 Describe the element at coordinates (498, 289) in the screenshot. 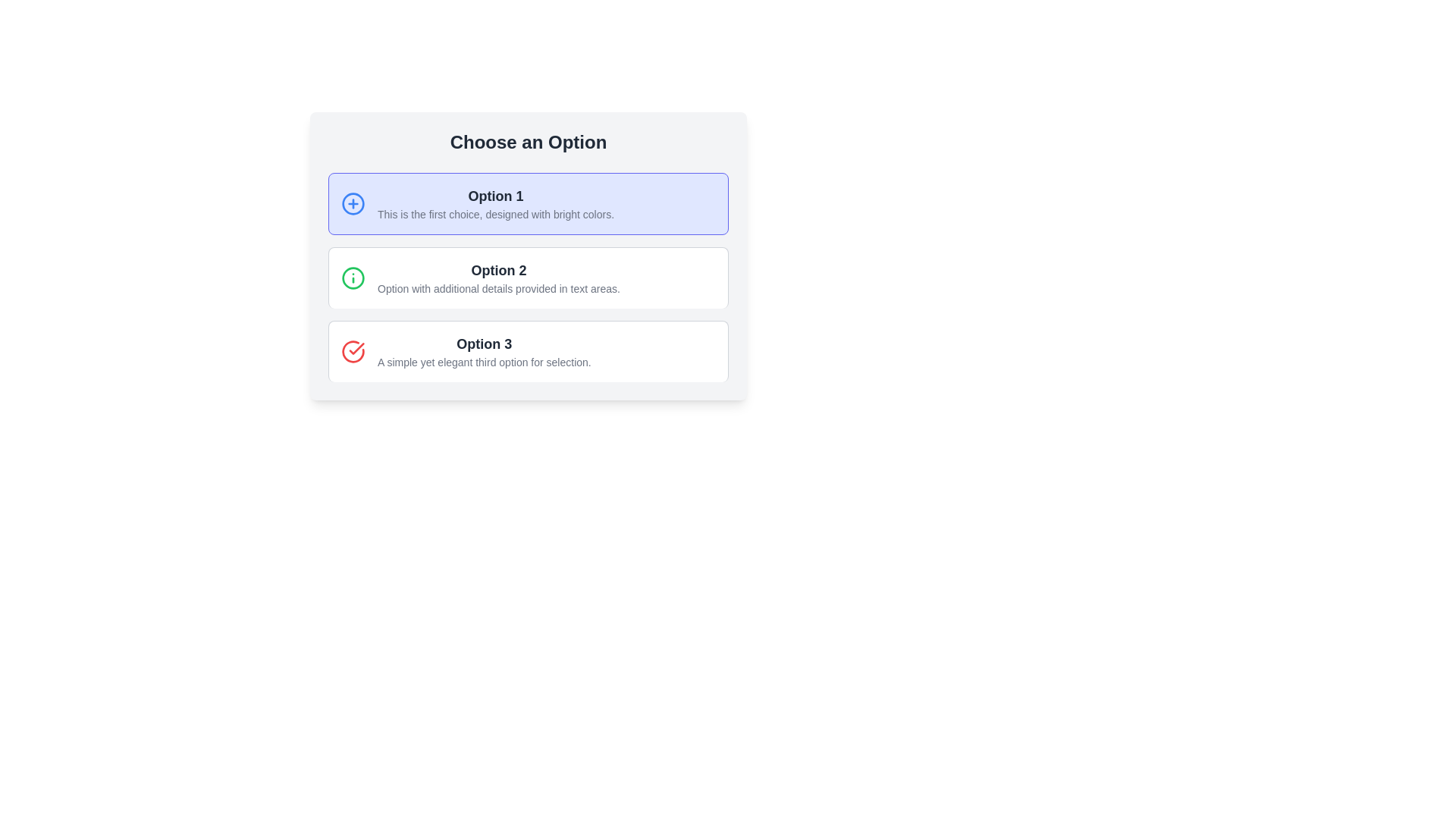

I see `the text label that provides additional explanation for 'Option 2', located below the 'Option 2' heading and to the right of the illustrative icon` at that location.